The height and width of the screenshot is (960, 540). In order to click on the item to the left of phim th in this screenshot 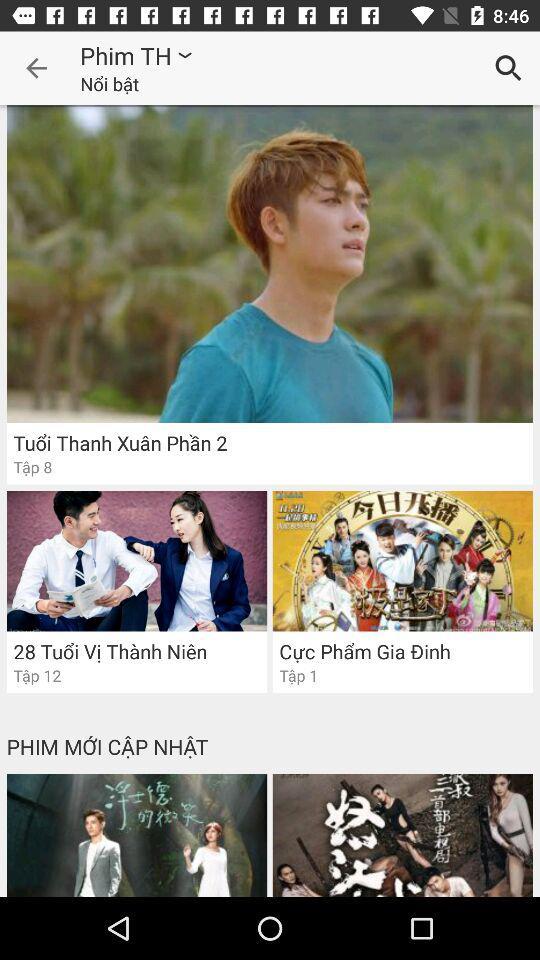, I will do `click(36, 68)`.